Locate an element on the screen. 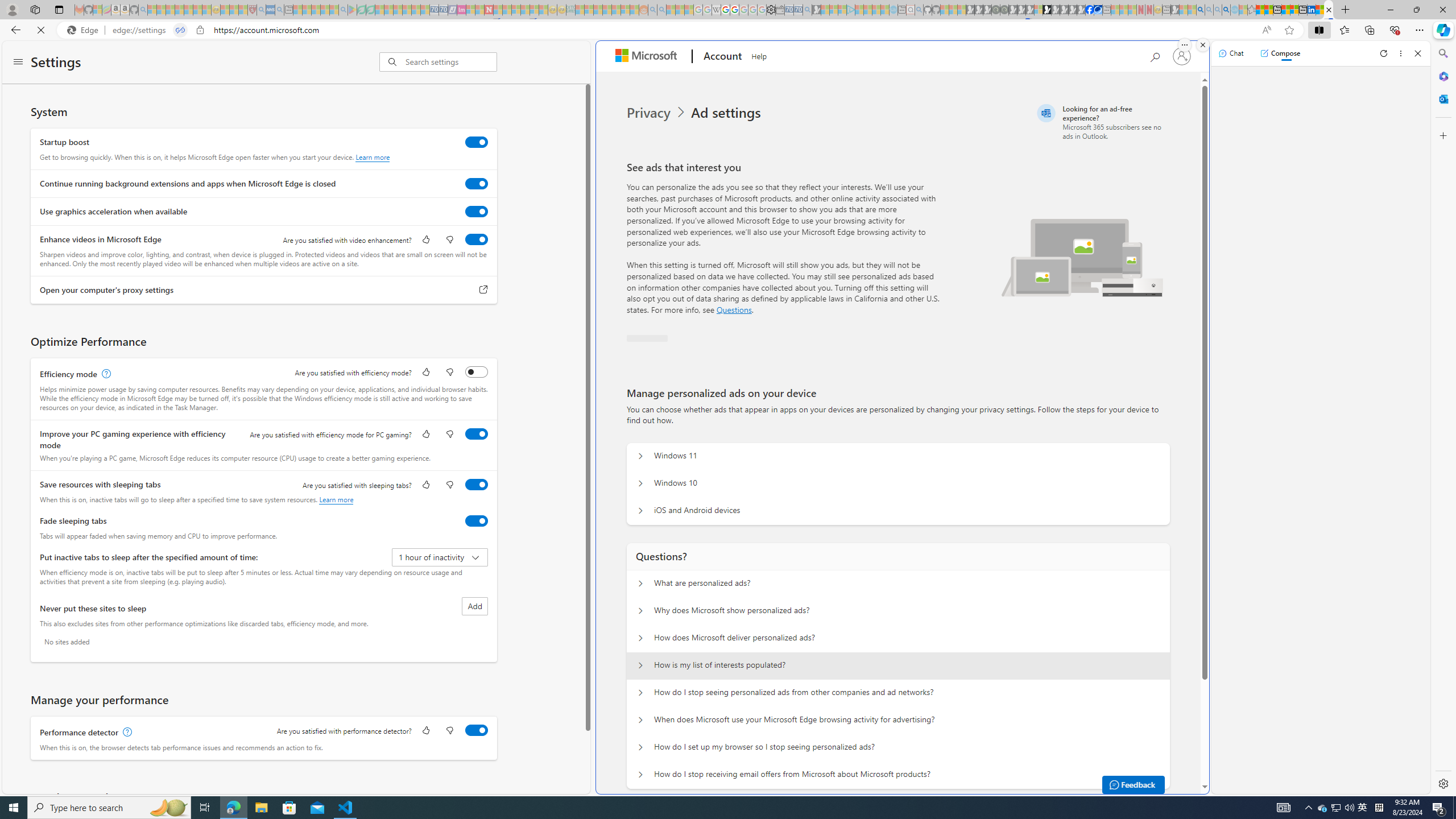 The image size is (1456, 819). 'Manage personalized ads on your device Windows 10' is located at coordinates (640, 483).